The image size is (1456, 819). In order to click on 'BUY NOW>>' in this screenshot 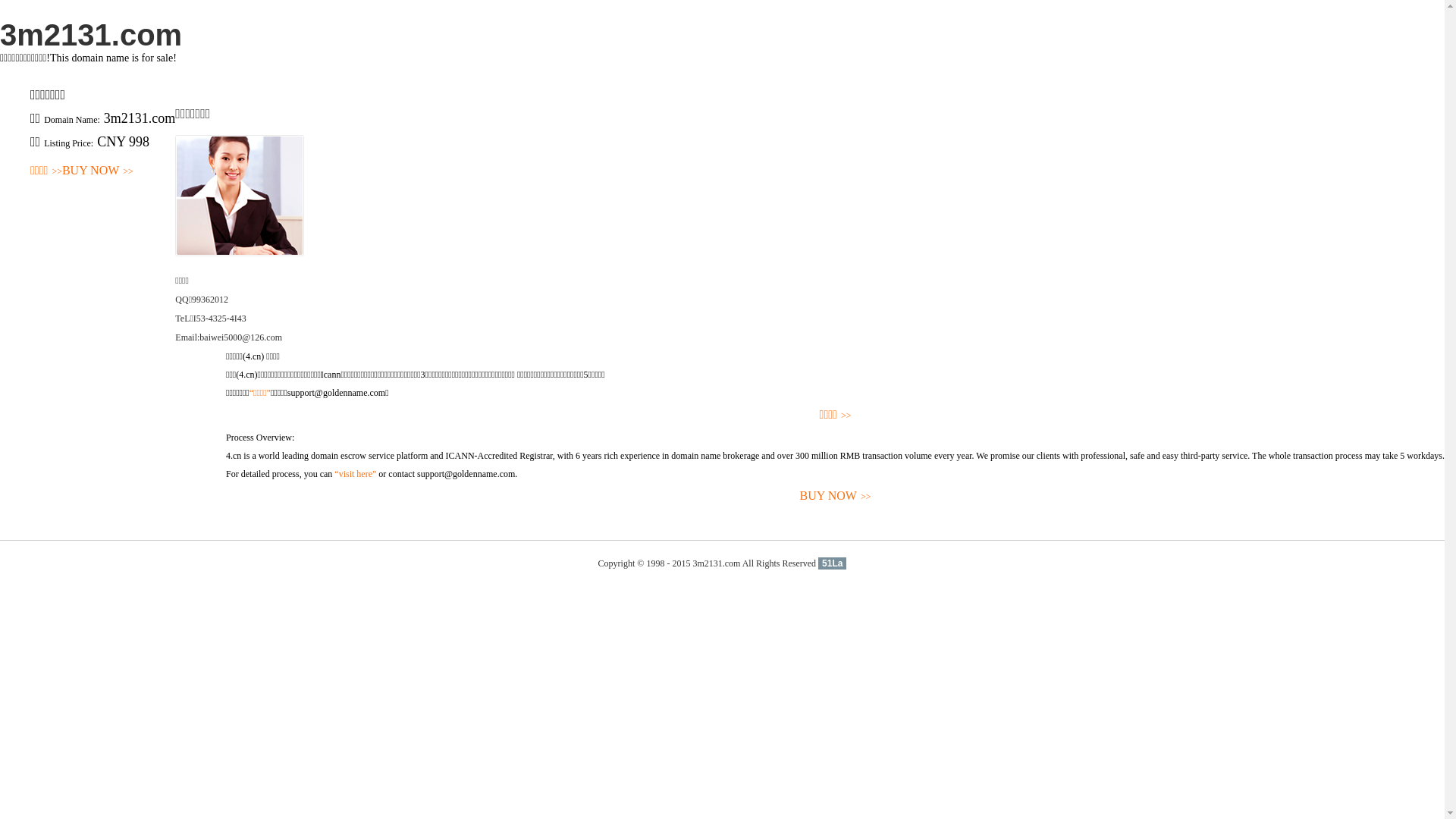, I will do `click(834, 496)`.